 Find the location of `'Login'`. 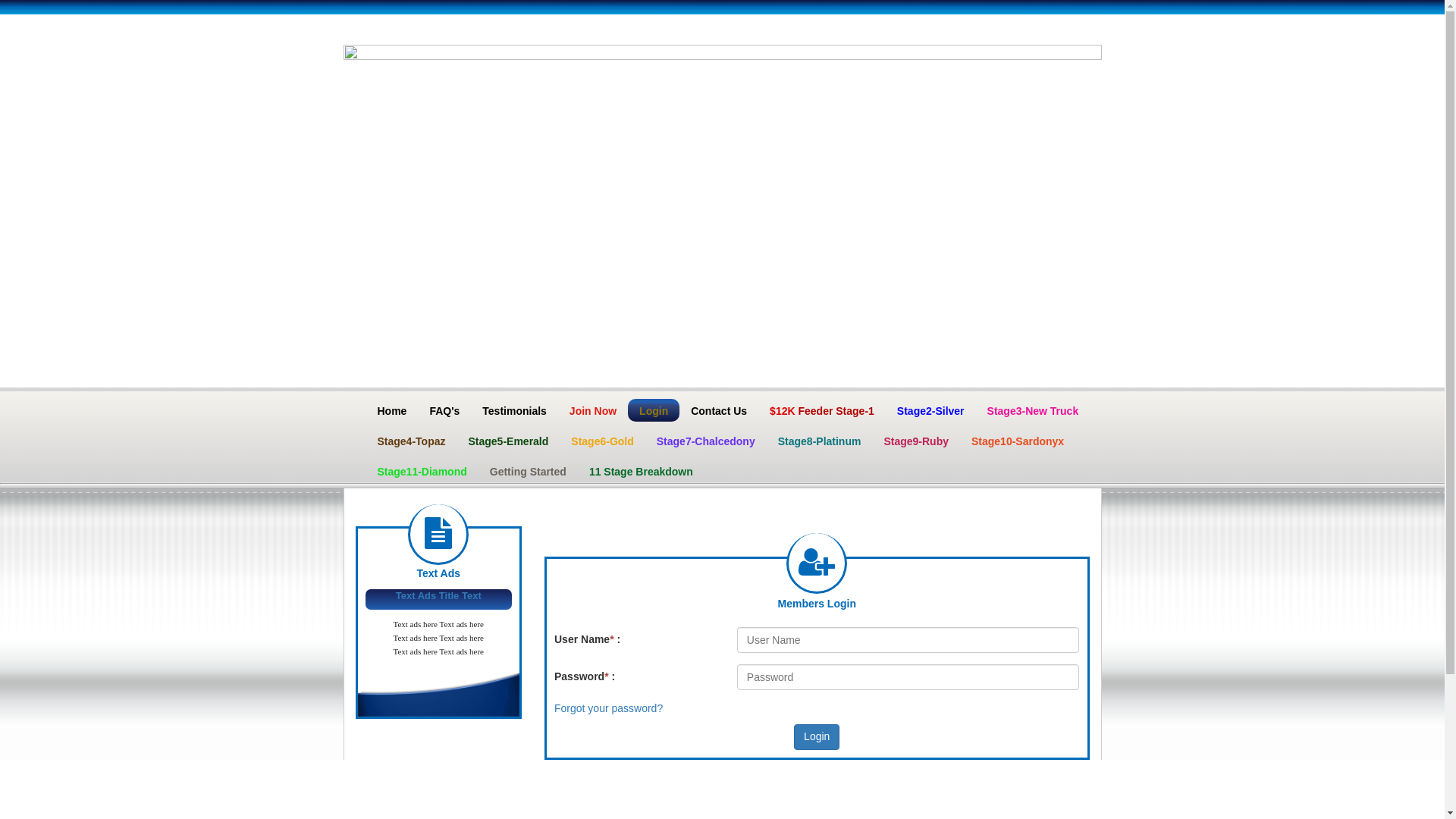

'Login' is located at coordinates (792, 736).